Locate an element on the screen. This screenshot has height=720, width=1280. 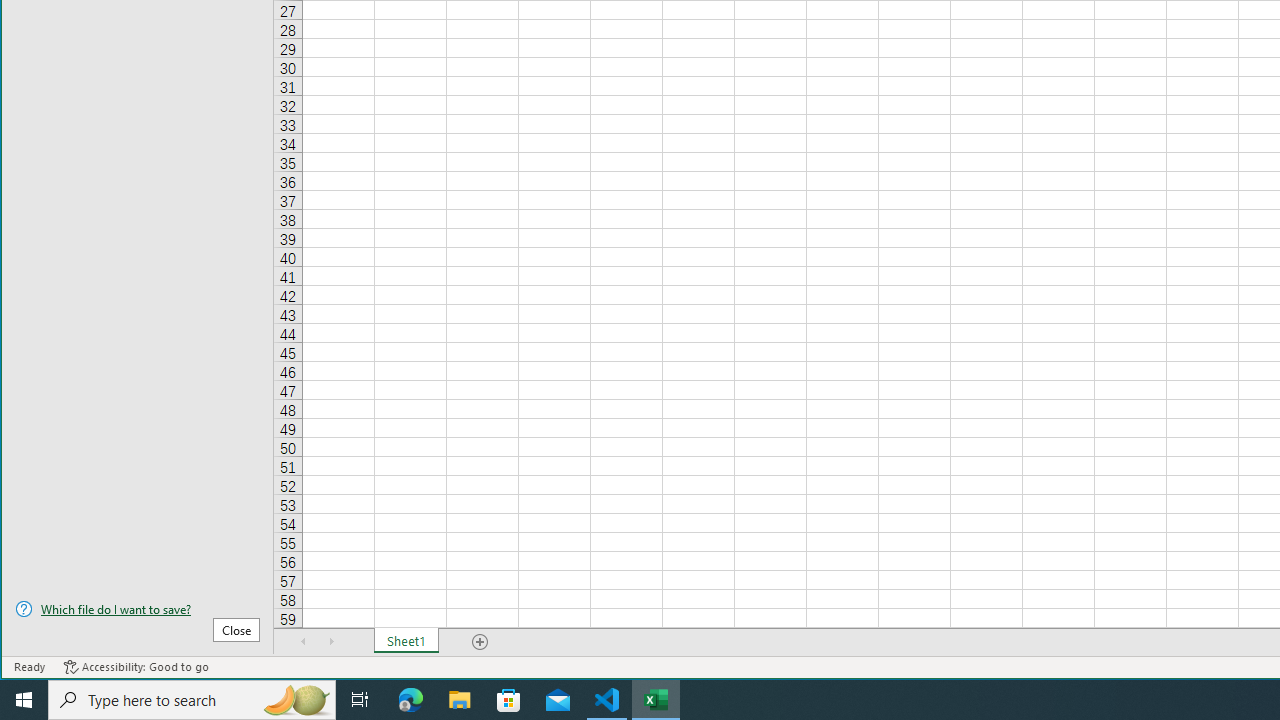
'Microsoft Edge' is located at coordinates (410, 698).